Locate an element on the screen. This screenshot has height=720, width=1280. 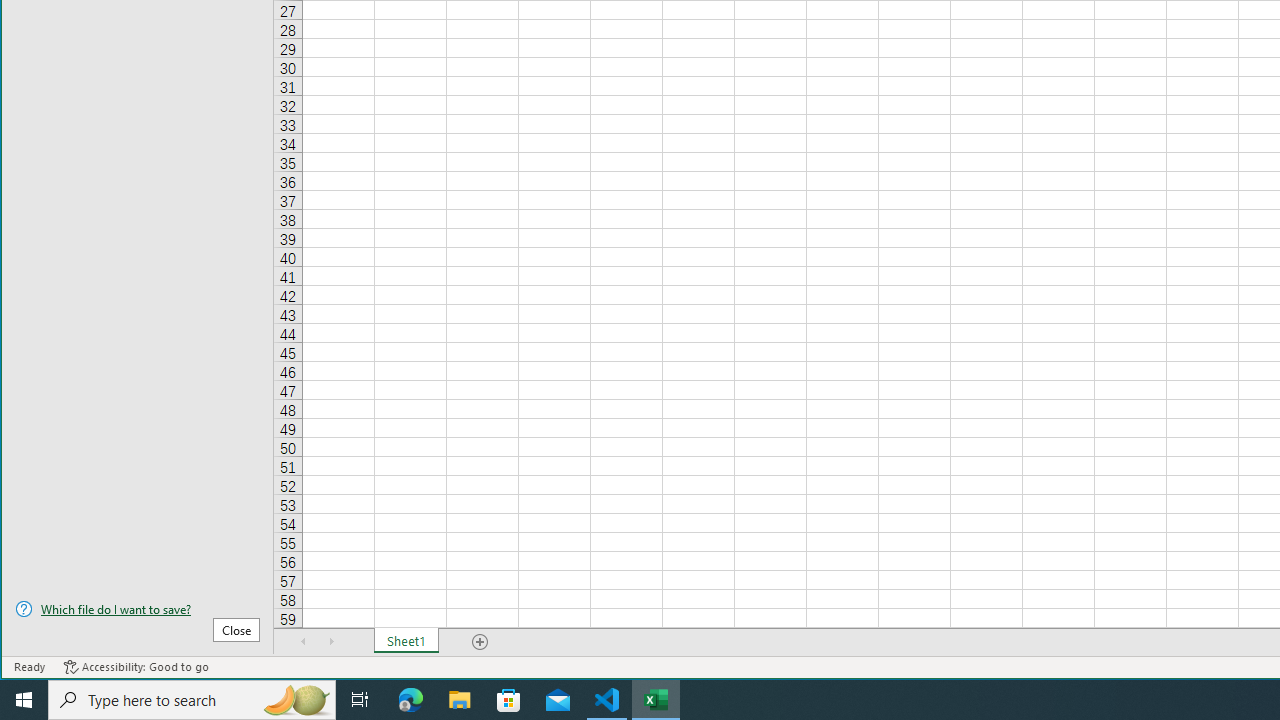
'Microsoft Edge' is located at coordinates (410, 698).